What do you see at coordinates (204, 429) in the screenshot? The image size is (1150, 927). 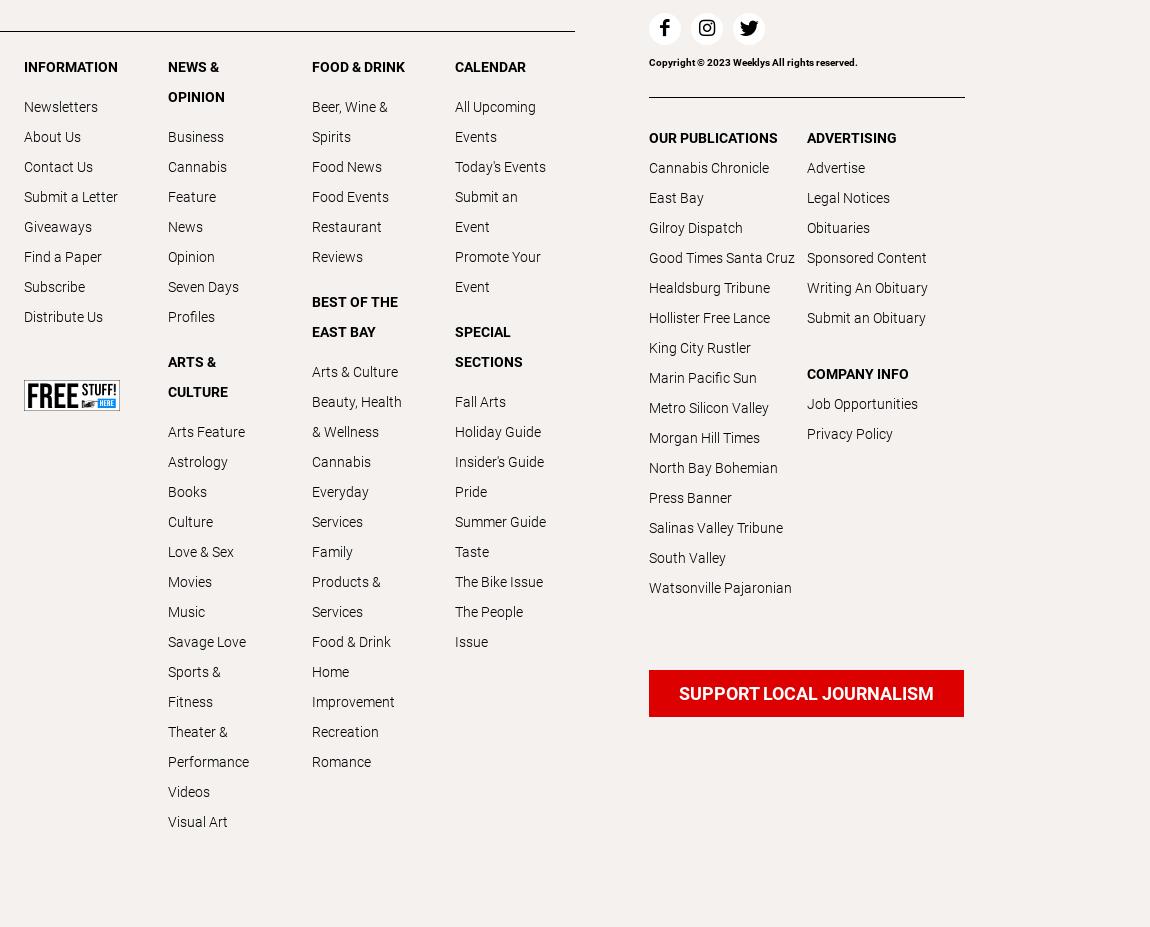 I see `'Arts Feature'` at bounding box center [204, 429].